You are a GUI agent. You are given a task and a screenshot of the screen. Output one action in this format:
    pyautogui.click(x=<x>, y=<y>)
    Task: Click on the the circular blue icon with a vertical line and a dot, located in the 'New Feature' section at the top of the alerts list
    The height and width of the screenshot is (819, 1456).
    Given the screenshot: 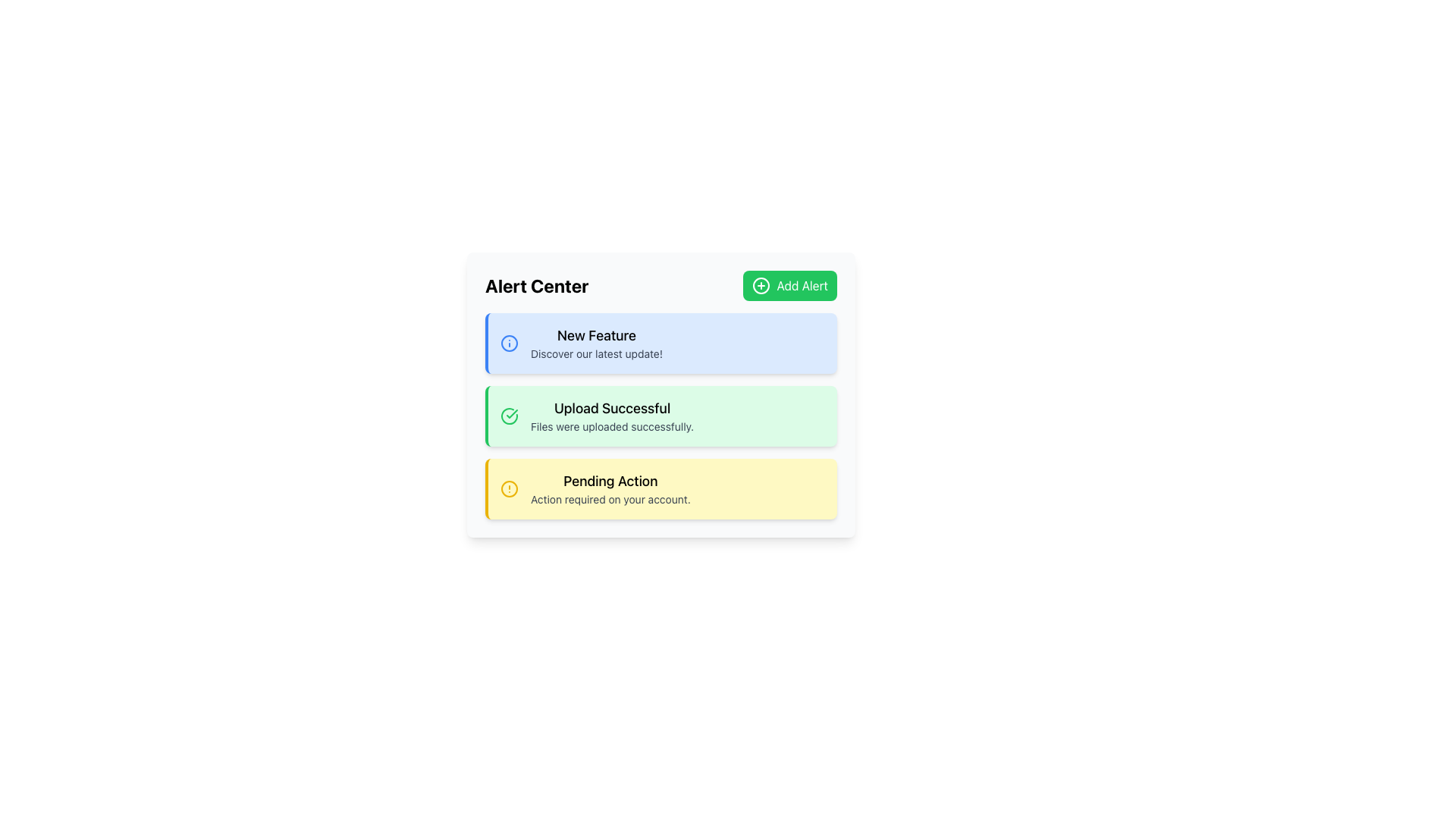 What is the action you would take?
    pyautogui.click(x=510, y=343)
    